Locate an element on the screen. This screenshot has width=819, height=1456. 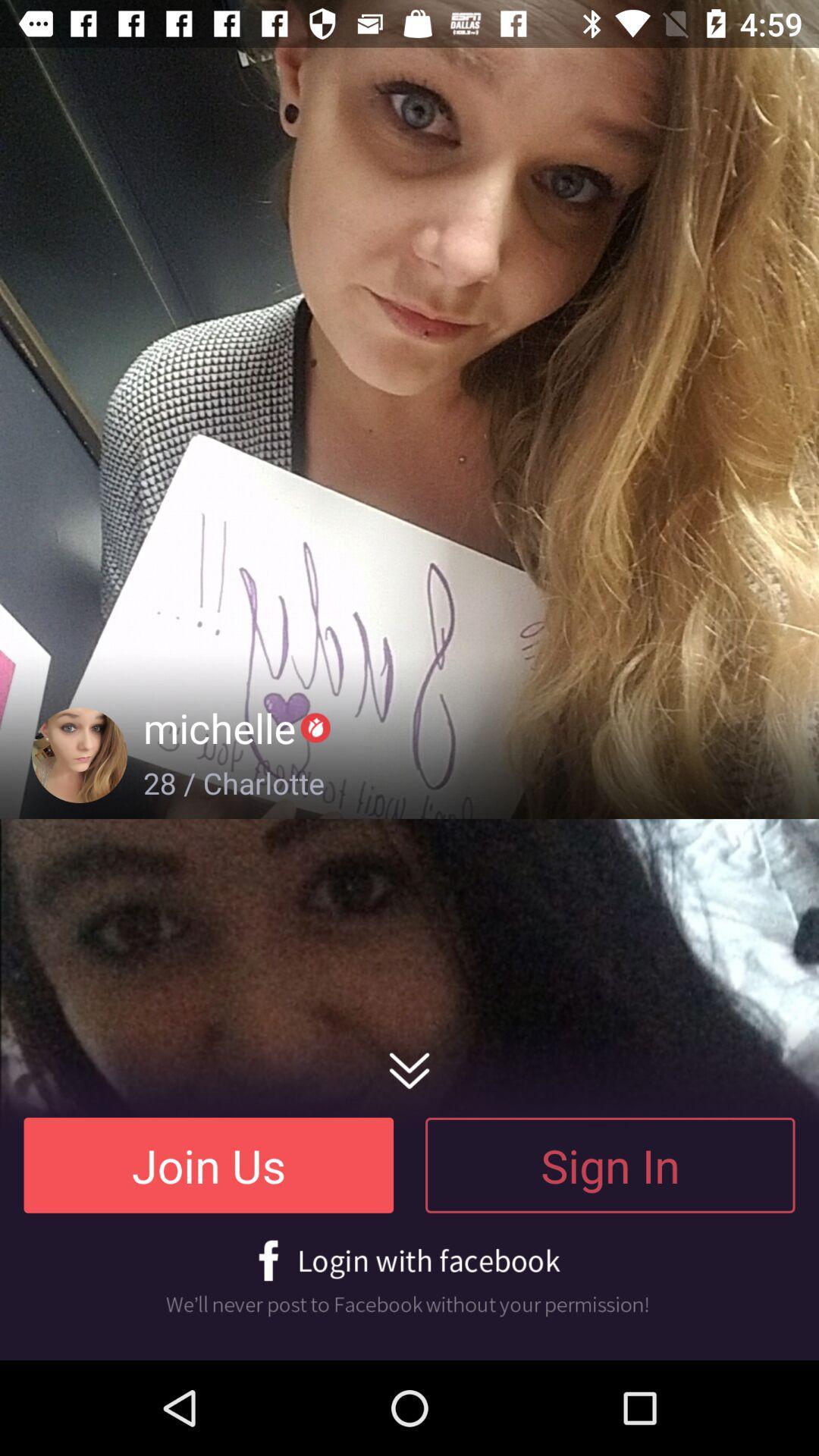
the icon next to sign in item is located at coordinates (209, 1164).